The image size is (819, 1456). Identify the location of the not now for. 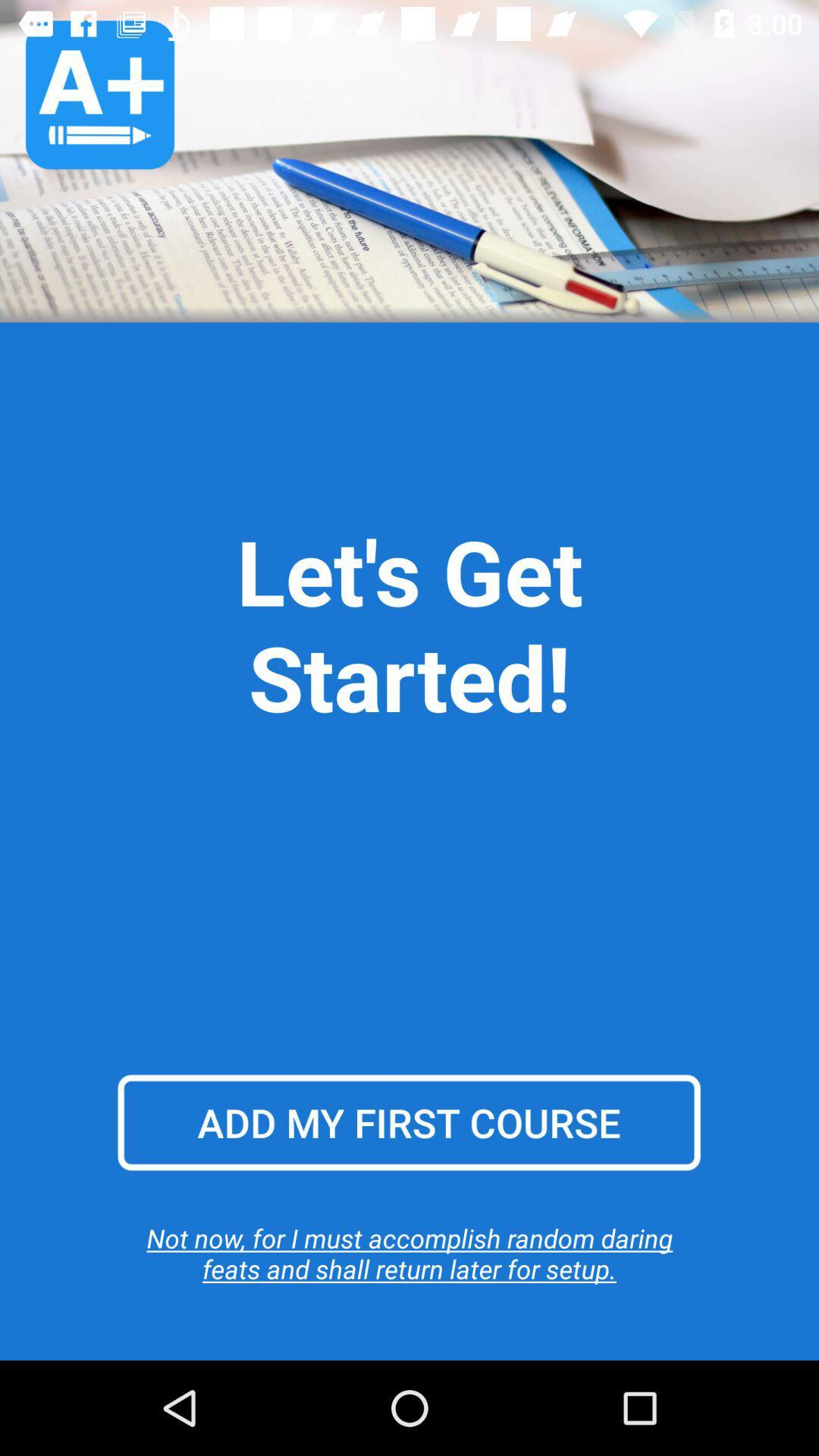
(409, 1253).